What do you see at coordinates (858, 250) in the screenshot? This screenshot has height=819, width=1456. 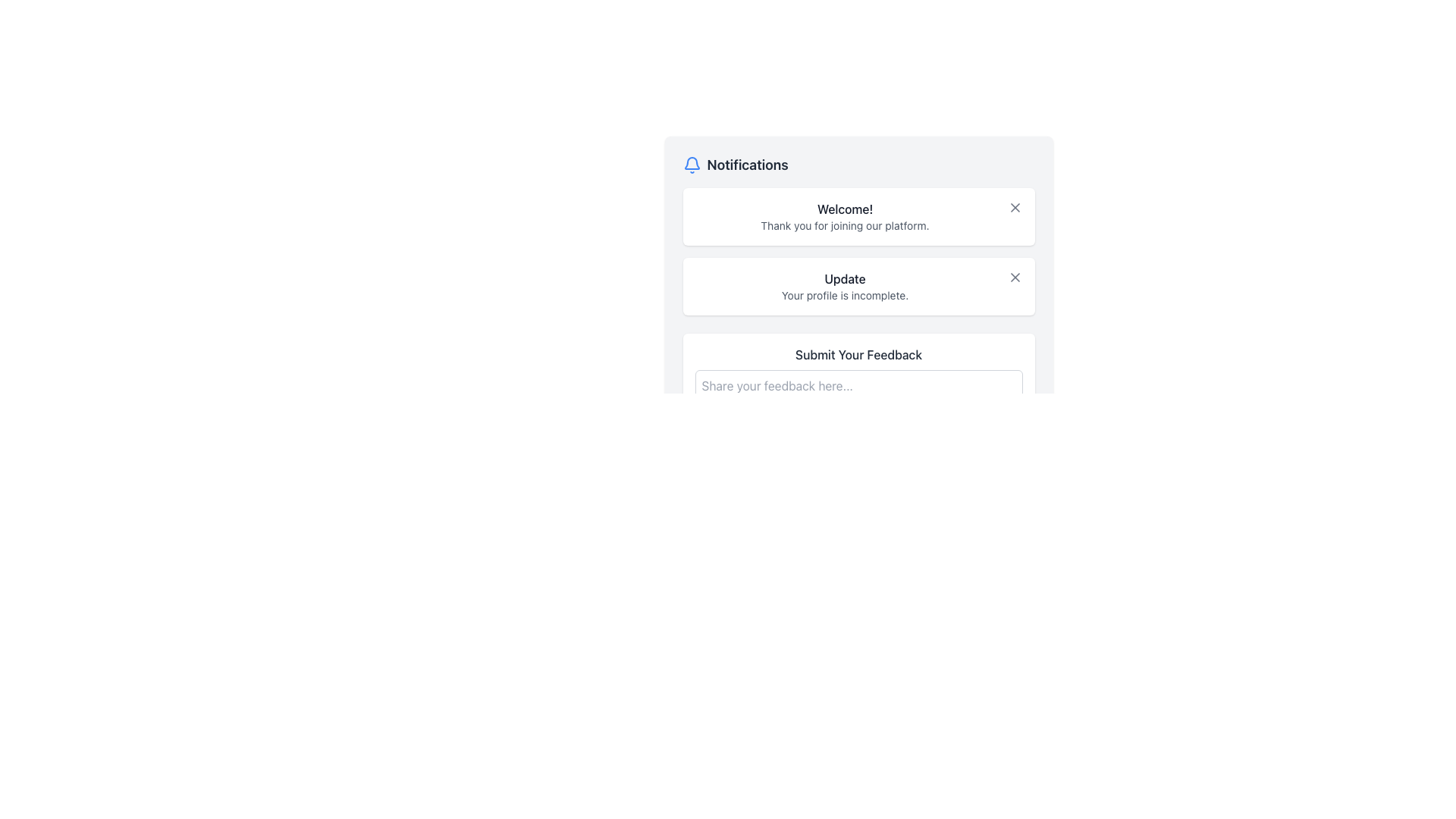 I see `notifications from the Notification component that displays messages including 'Welcome! Thank you for joining our platform.' and 'Update Your profile is incomplete.'` at bounding box center [858, 250].